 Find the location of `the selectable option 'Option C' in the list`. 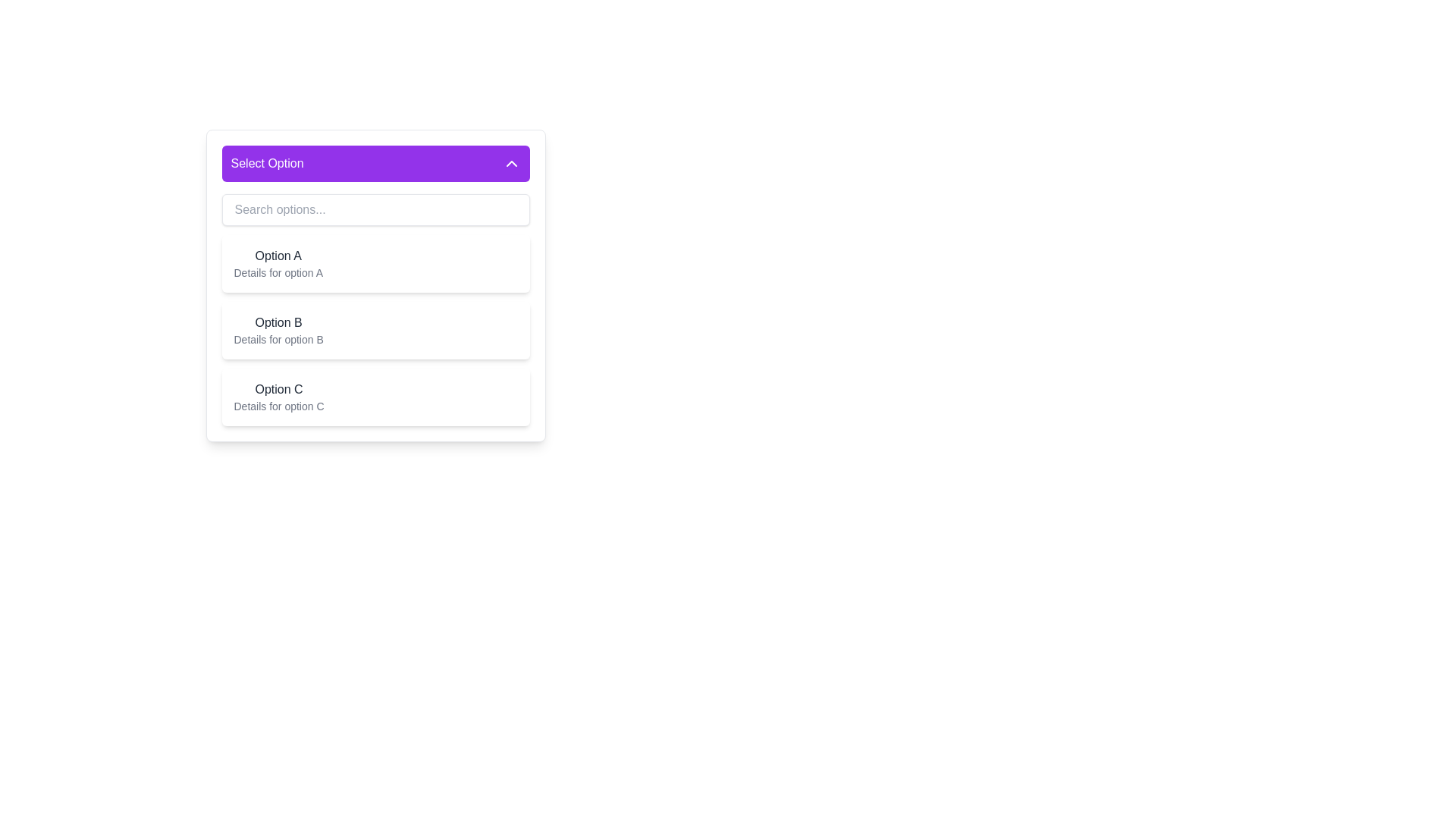

the selectable option 'Option C' in the list is located at coordinates (279, 397).